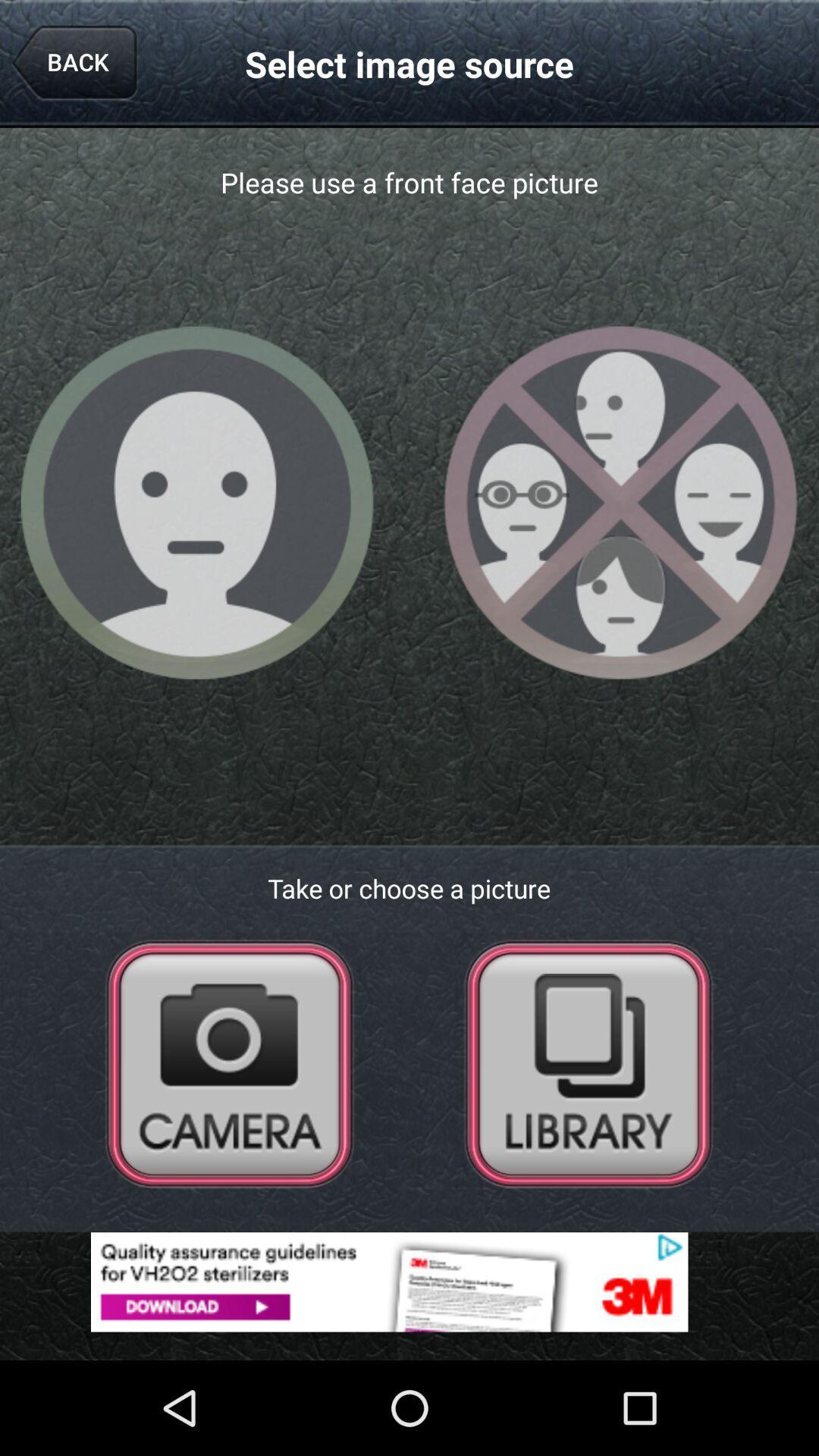  Describe the element at coordinates (588, 1062) in the screenshot. I see `library option` at that location.